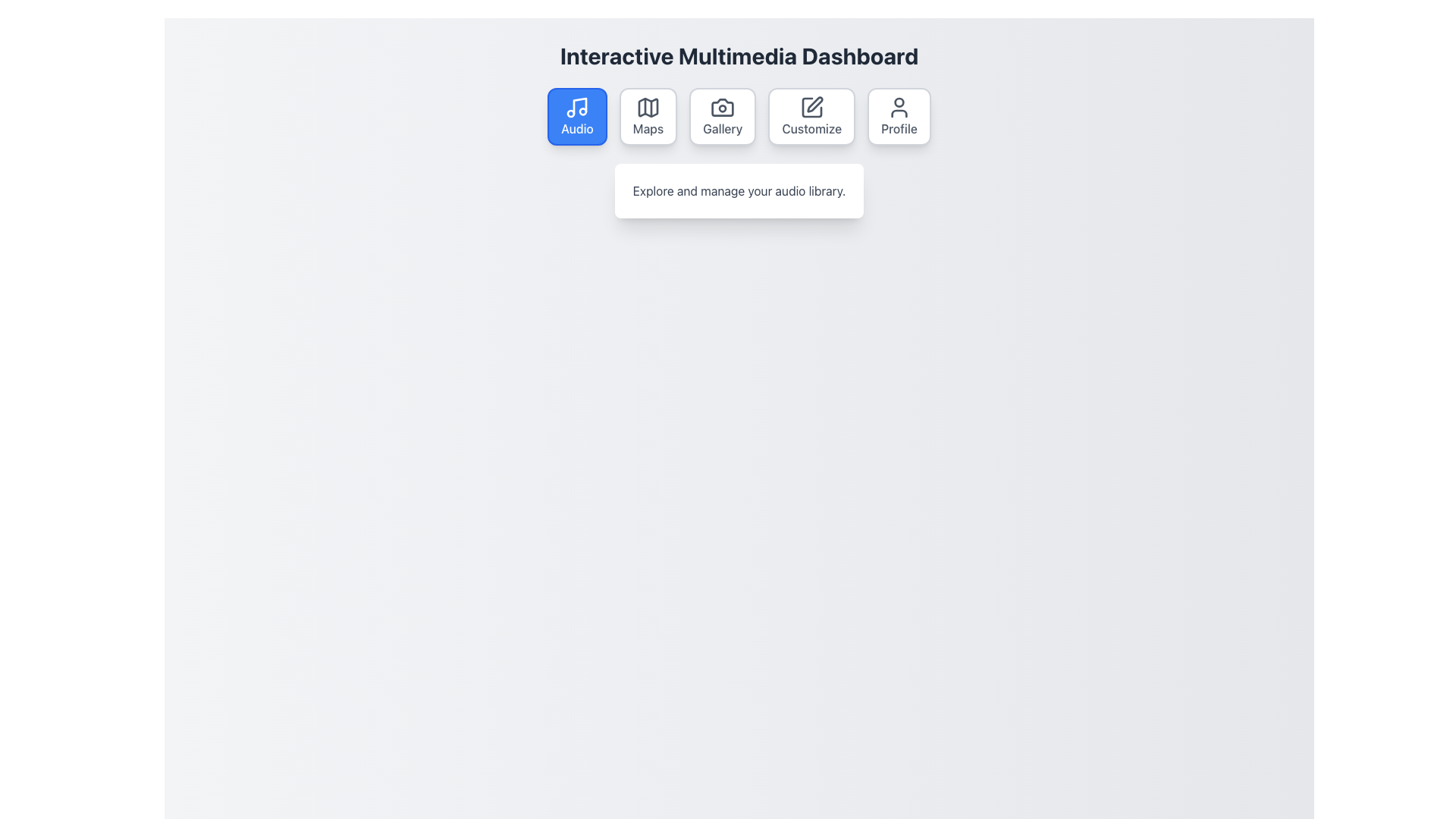 This screenshot has width=1456, height=819. Describe the element at coordinates (576, 107) in the screenshot. I see `the 'Audio' icon located within the first button of the horizontal navigation options at the top center of the interface` at that location.